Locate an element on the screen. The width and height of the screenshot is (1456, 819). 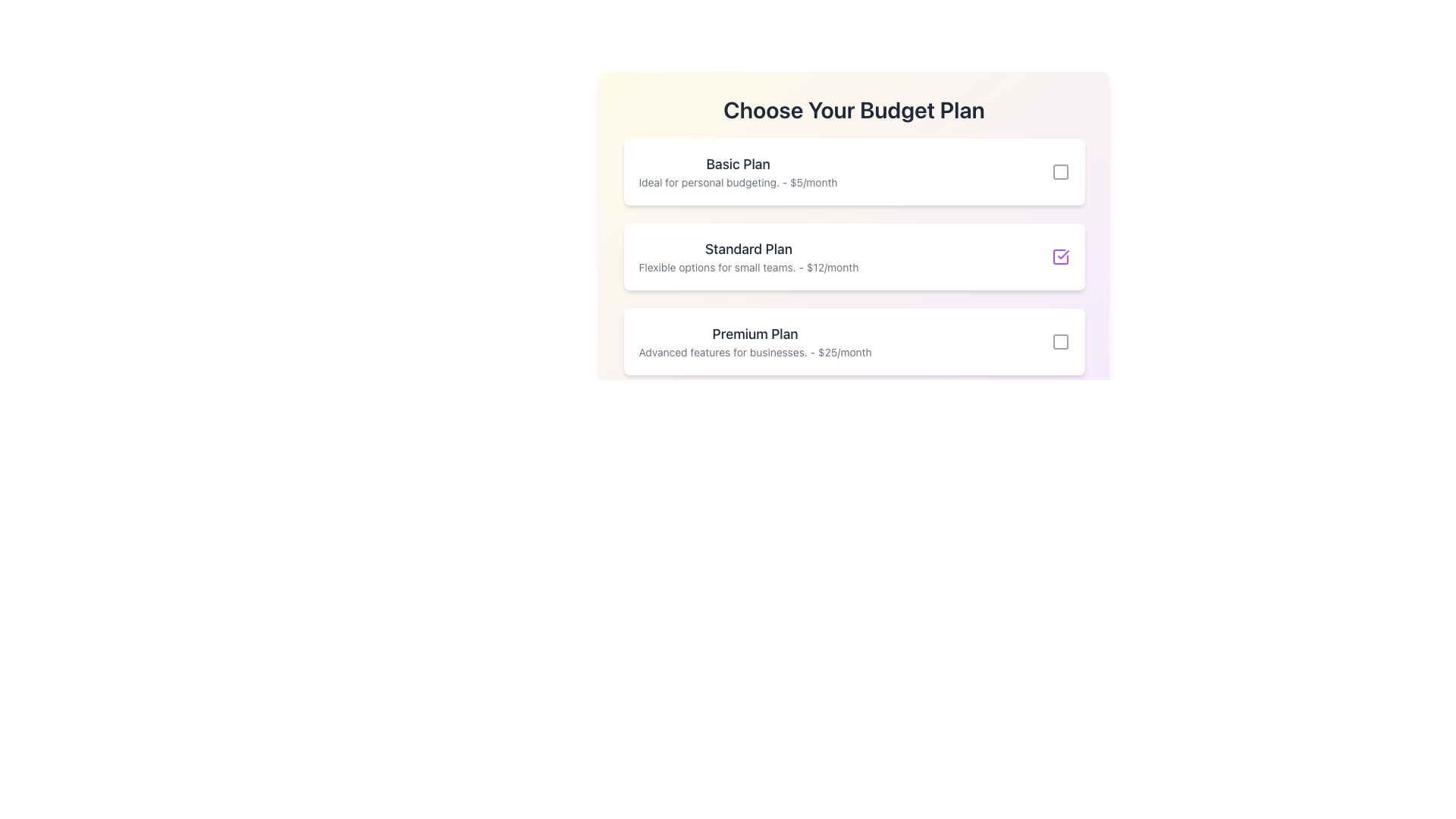
the 'Premium Plan' text label, which provides information about the subscription option, located centrally in the third card below the 'Basic Plan' and 'Standard Plan' is located at coordinates (755, 342).